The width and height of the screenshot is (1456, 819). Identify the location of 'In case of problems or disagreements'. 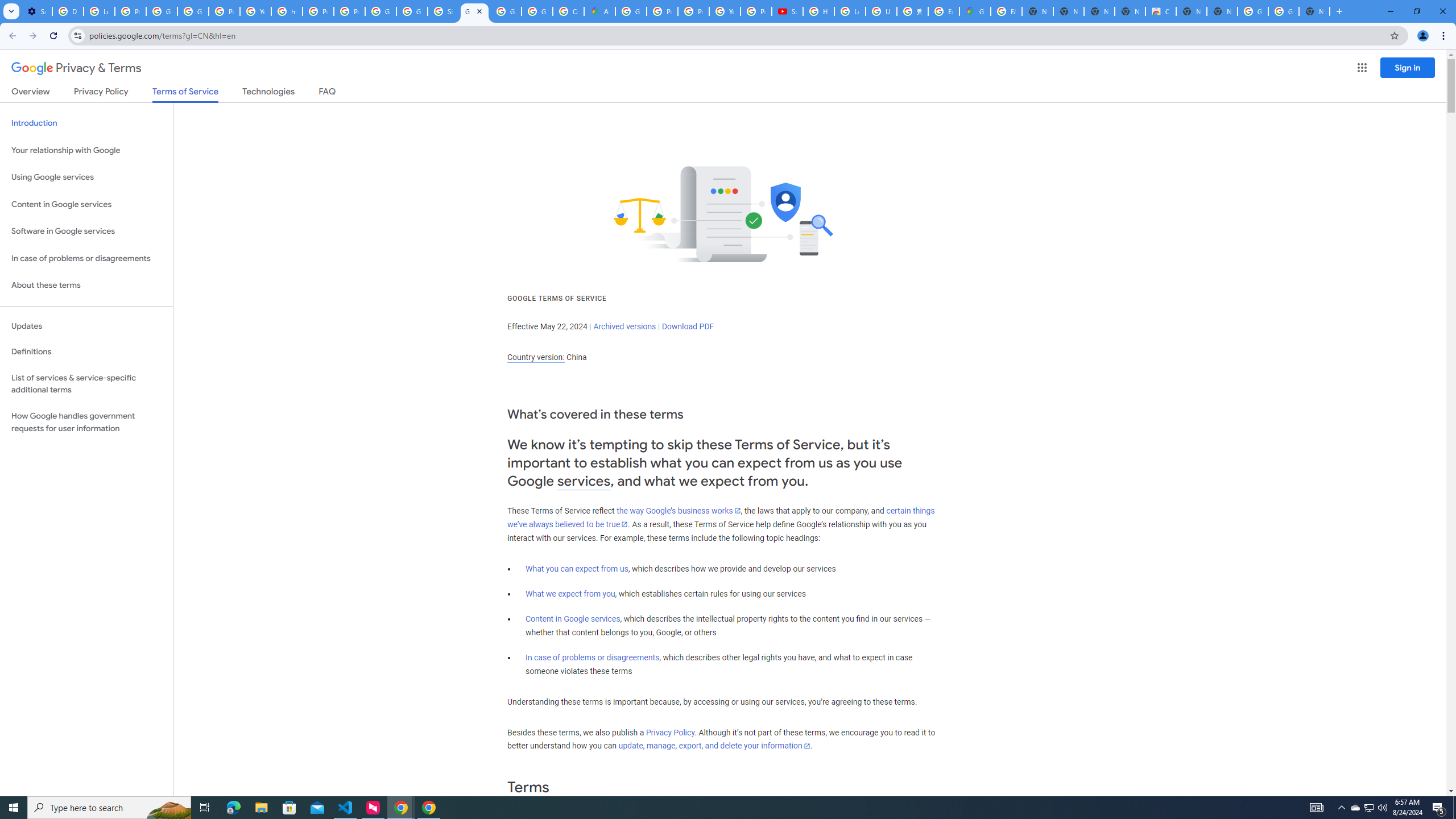
(591, 657).